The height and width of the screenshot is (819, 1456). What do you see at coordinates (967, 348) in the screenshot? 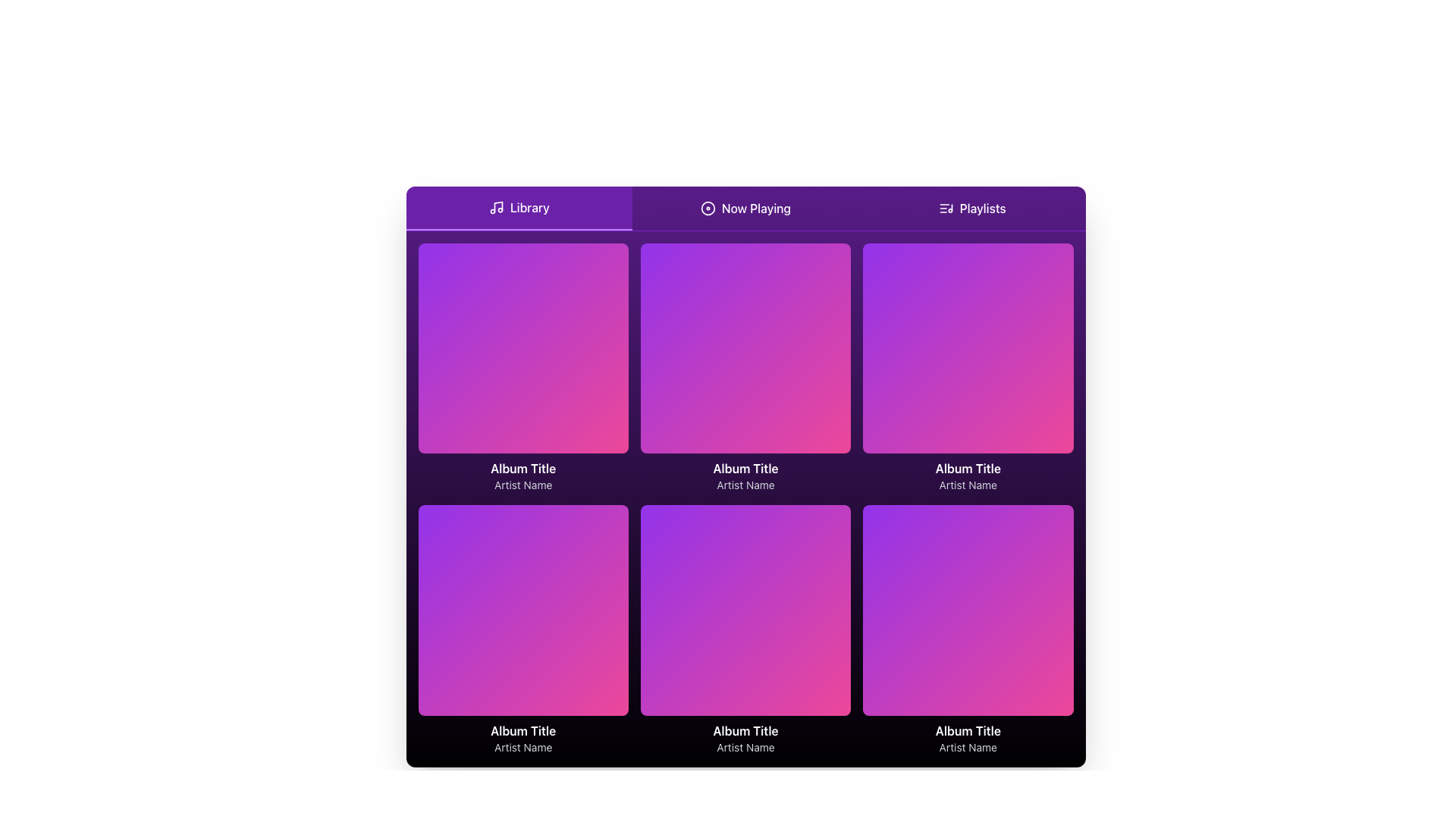
I see `the album cover visual representation located in the top-right corner of the grid layout` at bounding box center [967, 348].